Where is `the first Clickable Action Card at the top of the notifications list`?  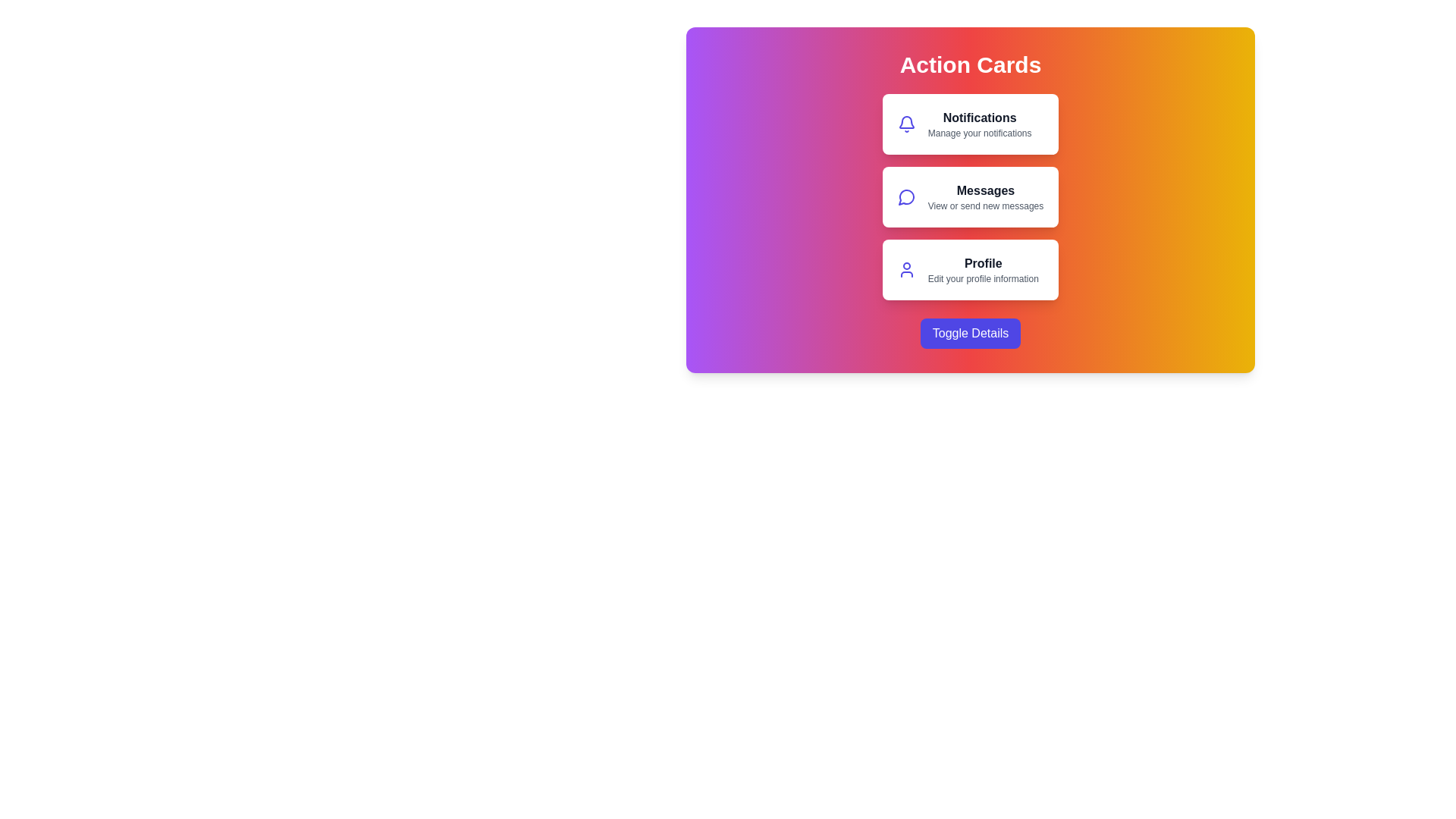
the first Clickable Action Card at the top of the notifications list is located at coordinates (971, 124).